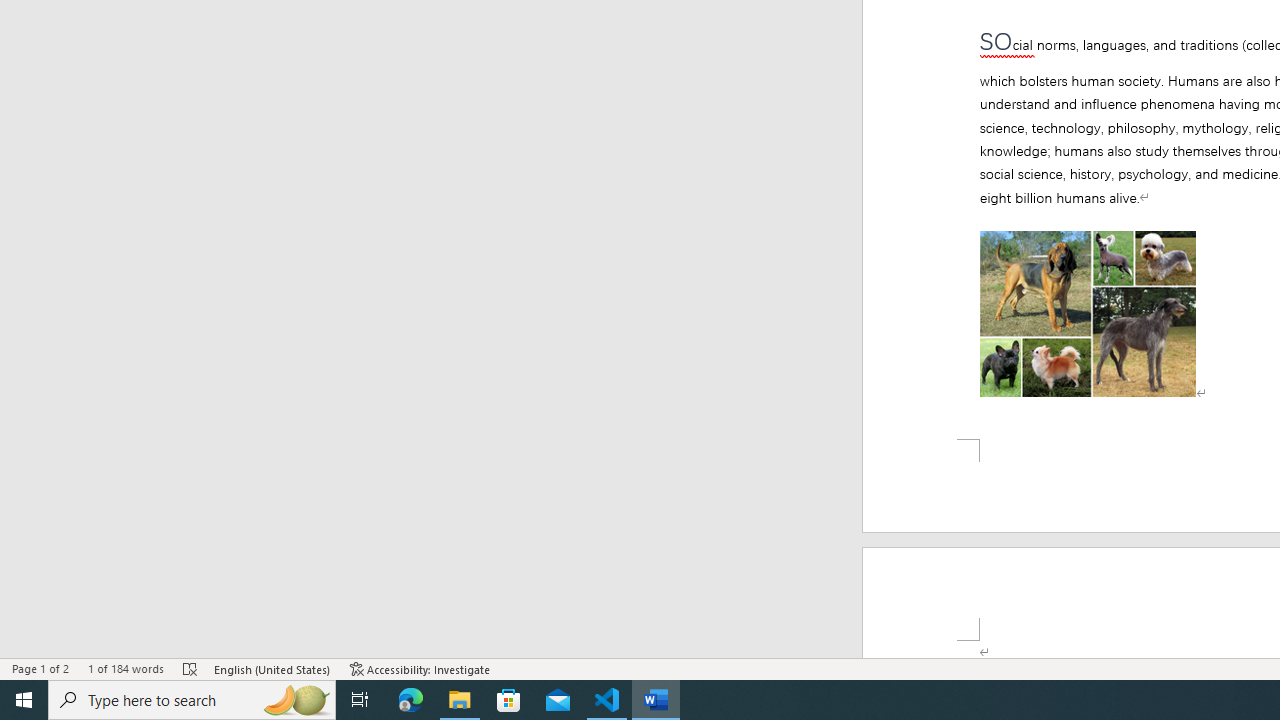  What do you see at coordinates (40, 669) in the screenshot?
I see `'Page Number Page 1 of 2'` at bounding box center [40, 669].